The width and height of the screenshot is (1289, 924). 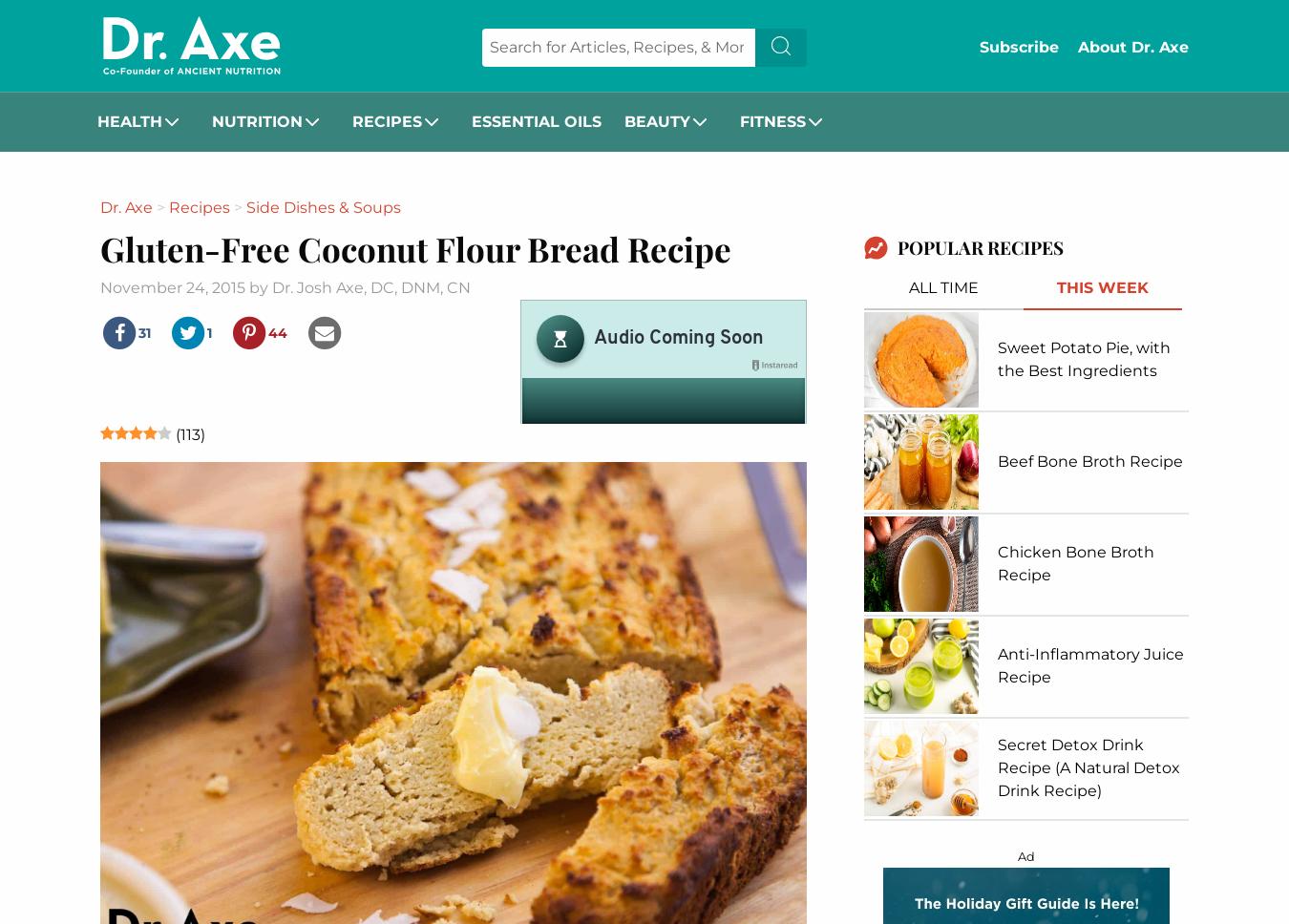 I want to click on '31', so click(x=146, y=332).